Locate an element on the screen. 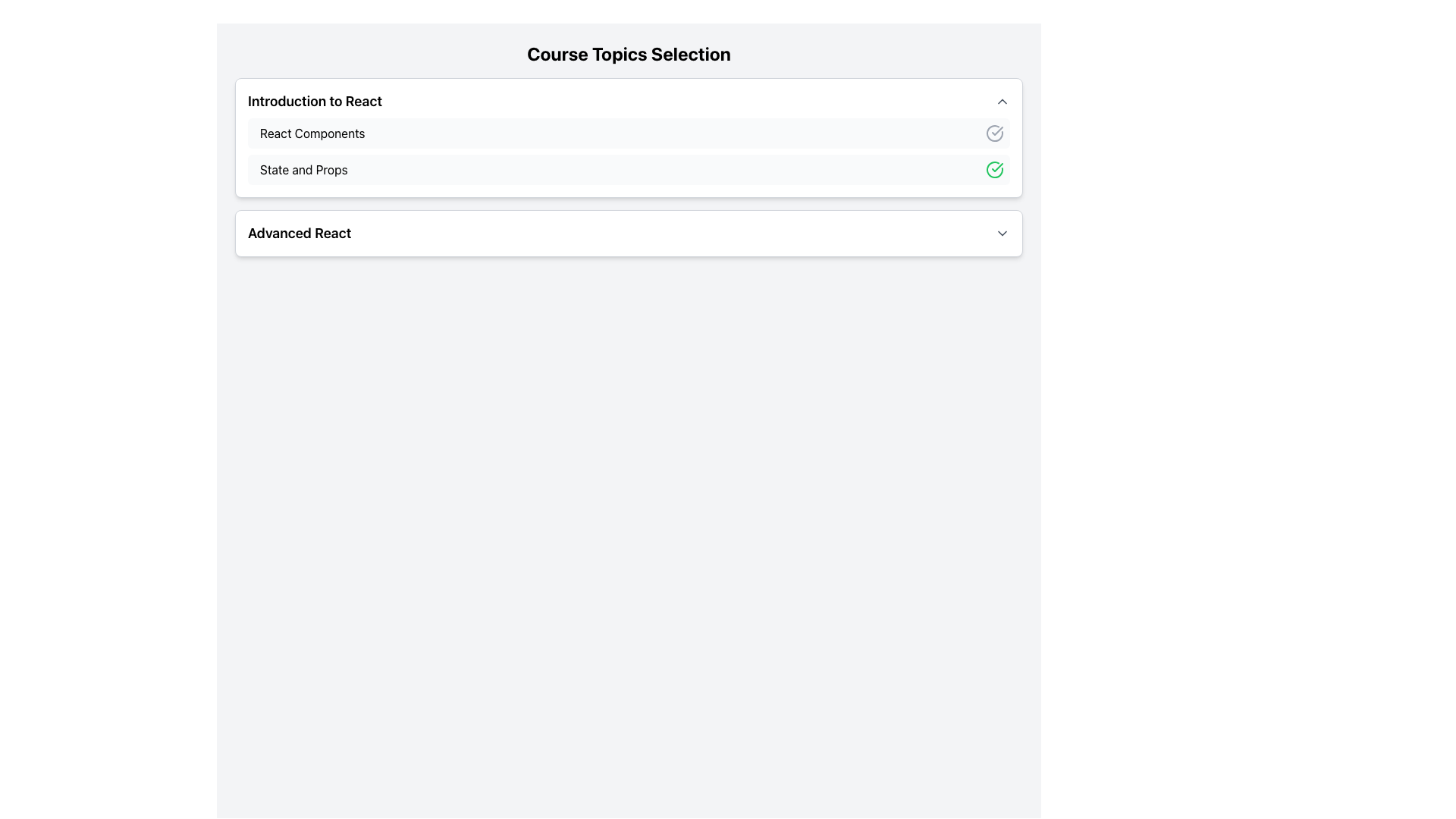 The width and height of the screenshot is (1456, 819). the 'Introduction to React' text header is located at coordinates (314, 102).